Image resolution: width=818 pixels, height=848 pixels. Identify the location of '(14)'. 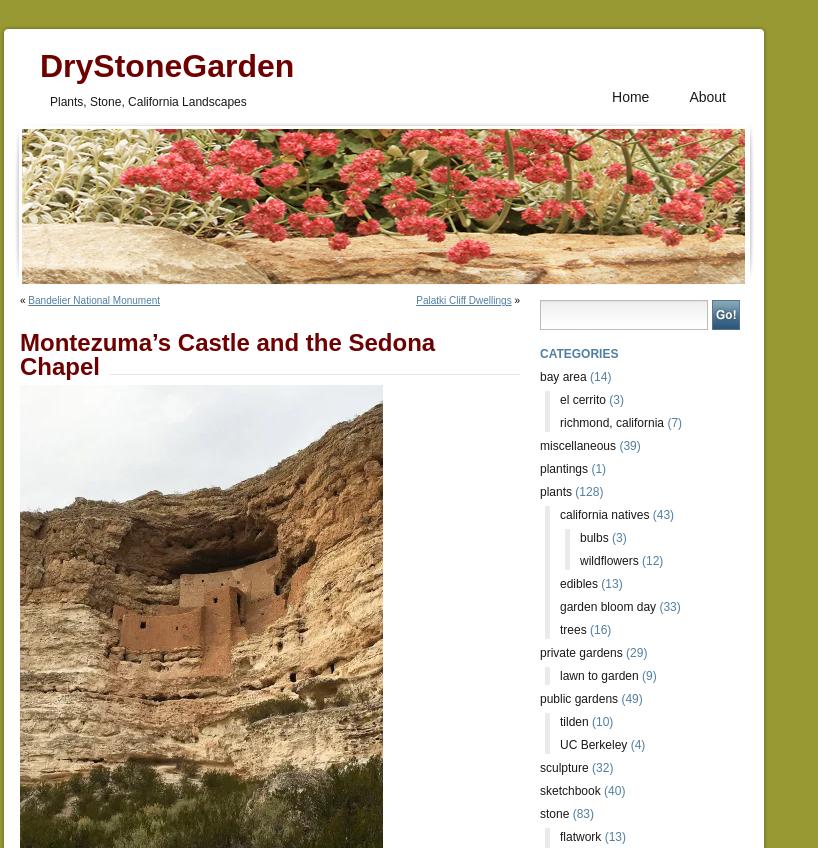
(597, 377).